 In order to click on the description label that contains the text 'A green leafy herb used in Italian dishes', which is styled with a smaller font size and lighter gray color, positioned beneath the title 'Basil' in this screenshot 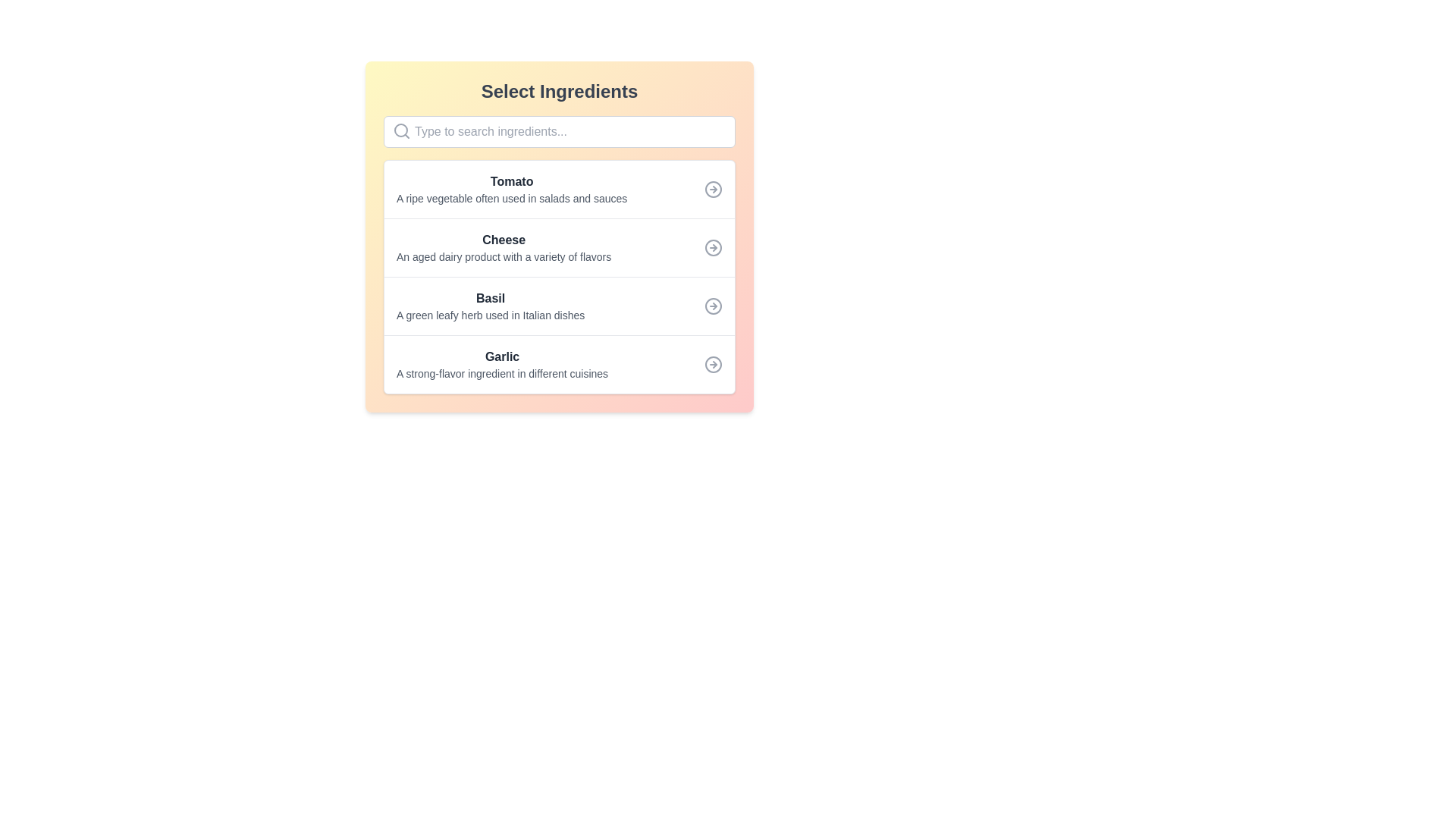, I will do `click(491, 315)`.